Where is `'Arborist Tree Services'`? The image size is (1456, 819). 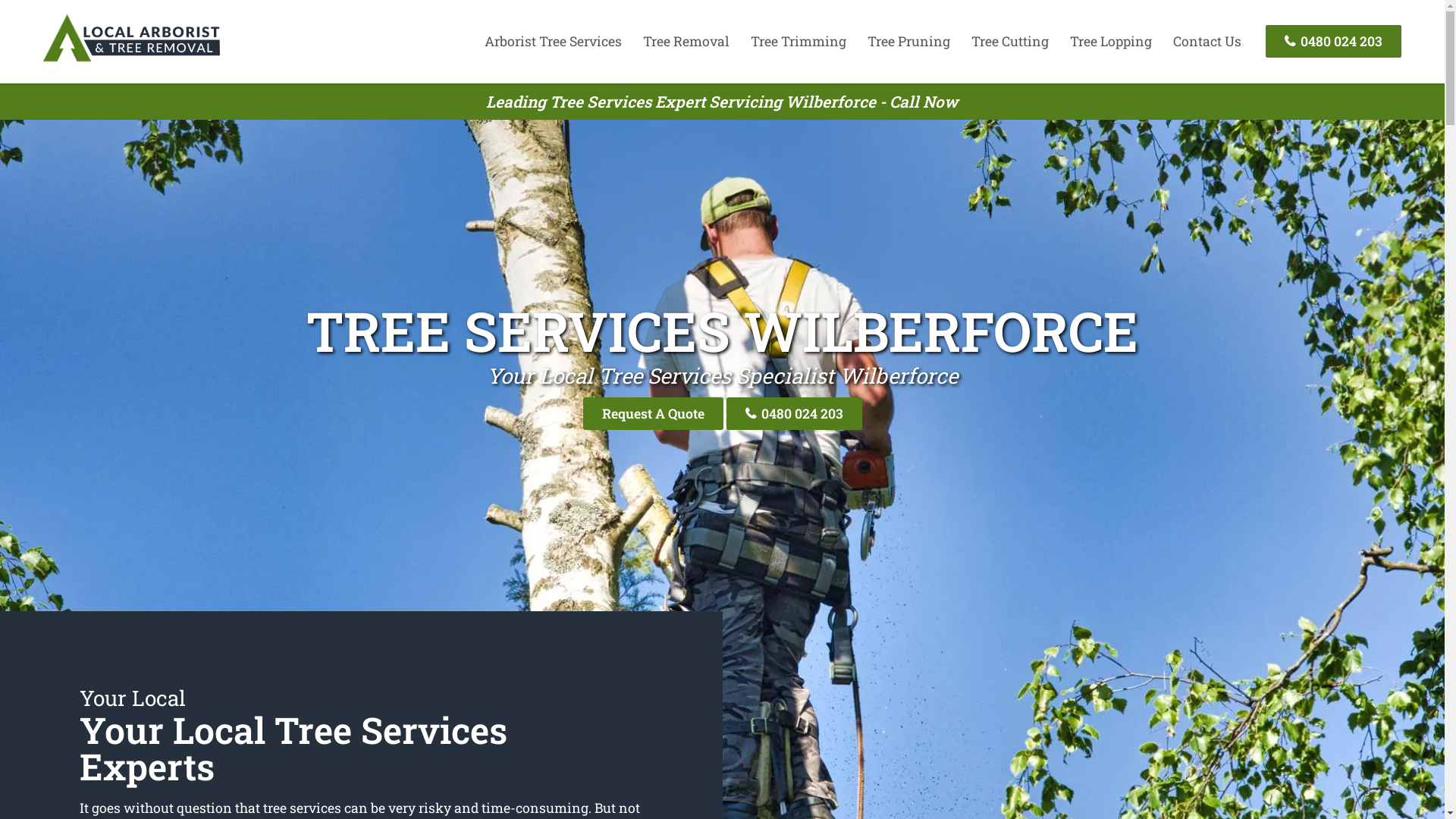 'Arborist Tree Services' is located at coordinates (552, 40).